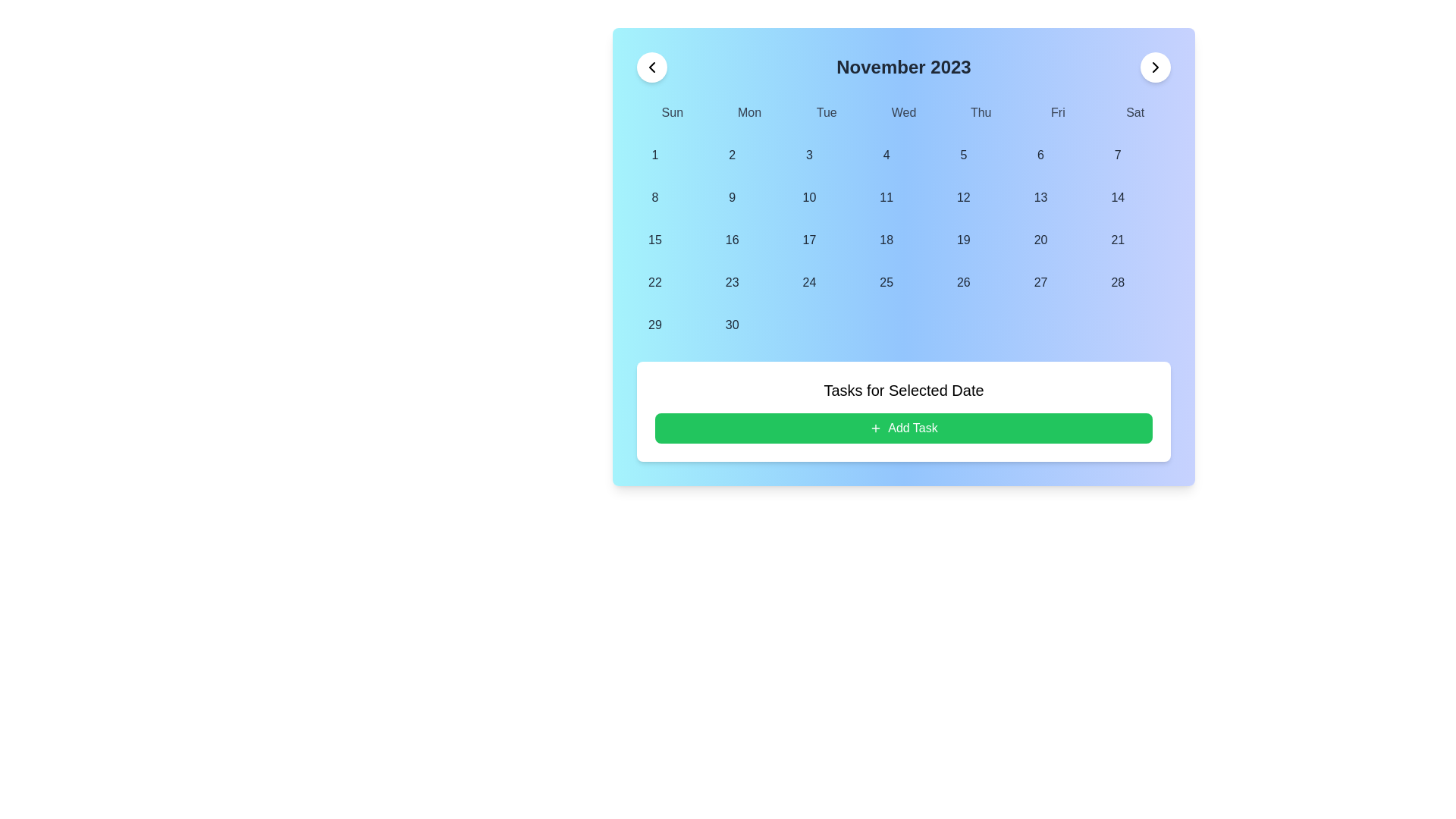 The width and height of the screenshot is (1456, 819). I want to click on the text label 'Tue' which is the third day abbreviation in a row of day abbreviations near the top of the calendar interface, so click(826, 112).